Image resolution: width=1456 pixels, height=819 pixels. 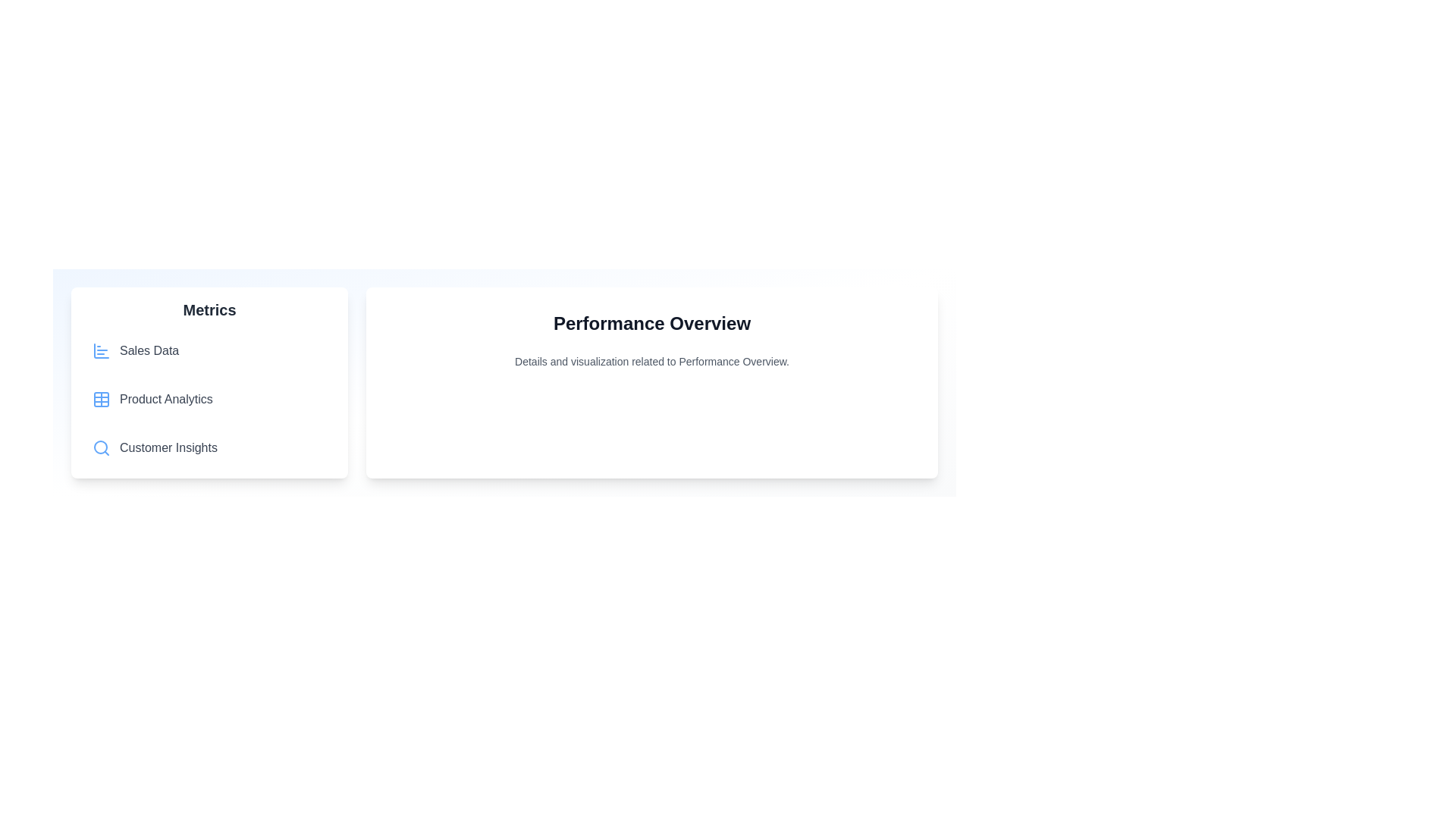 What do you see at coordinates (101, 399) in the screenshot?
I see `the blue filled square with rounded corners that is part of the 'Product Analytics' icon located in the left card labeled 'Metrics'` at bounding box center [101, 399].